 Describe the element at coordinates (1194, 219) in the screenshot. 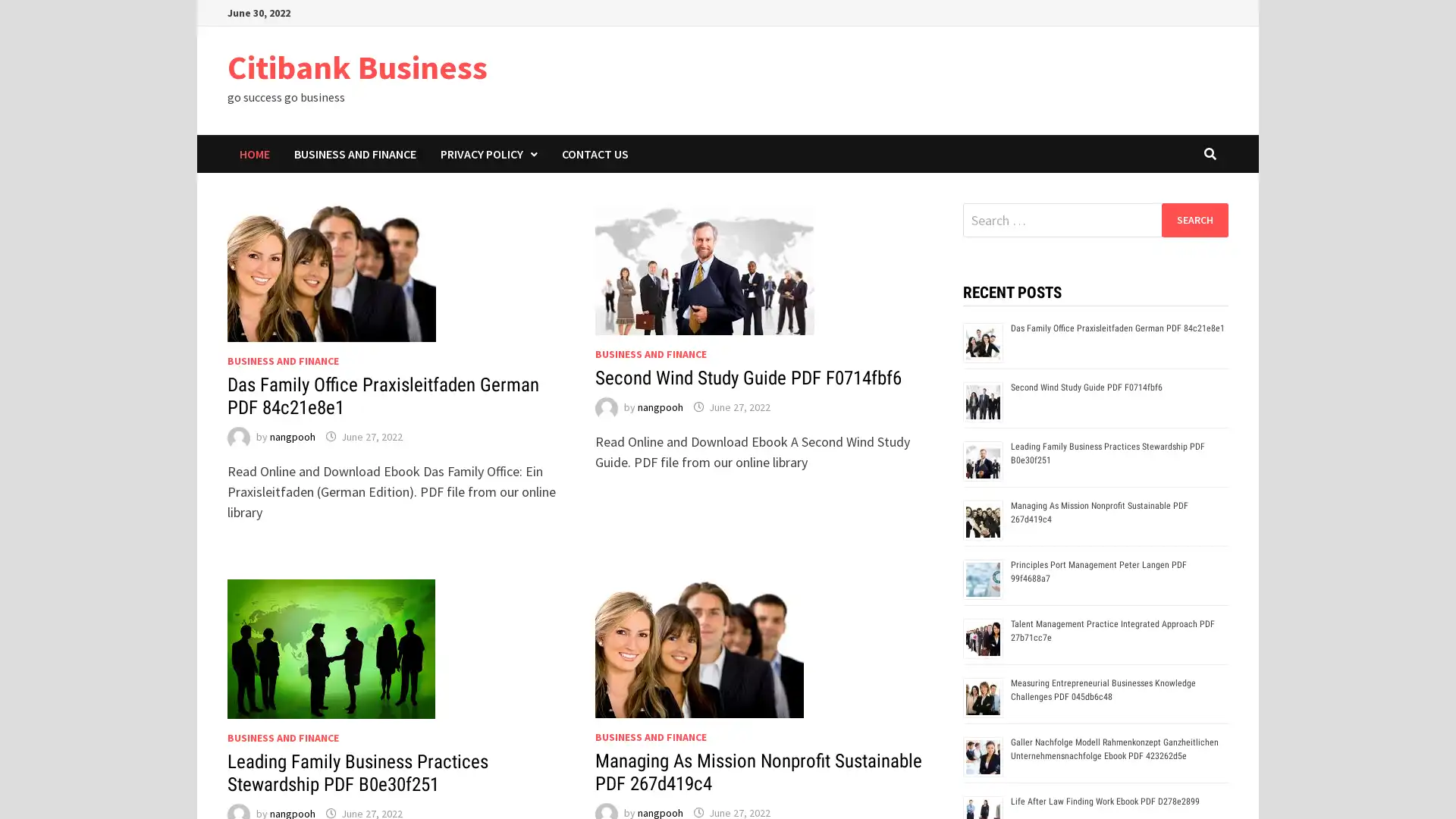

I see `Search` at that location.